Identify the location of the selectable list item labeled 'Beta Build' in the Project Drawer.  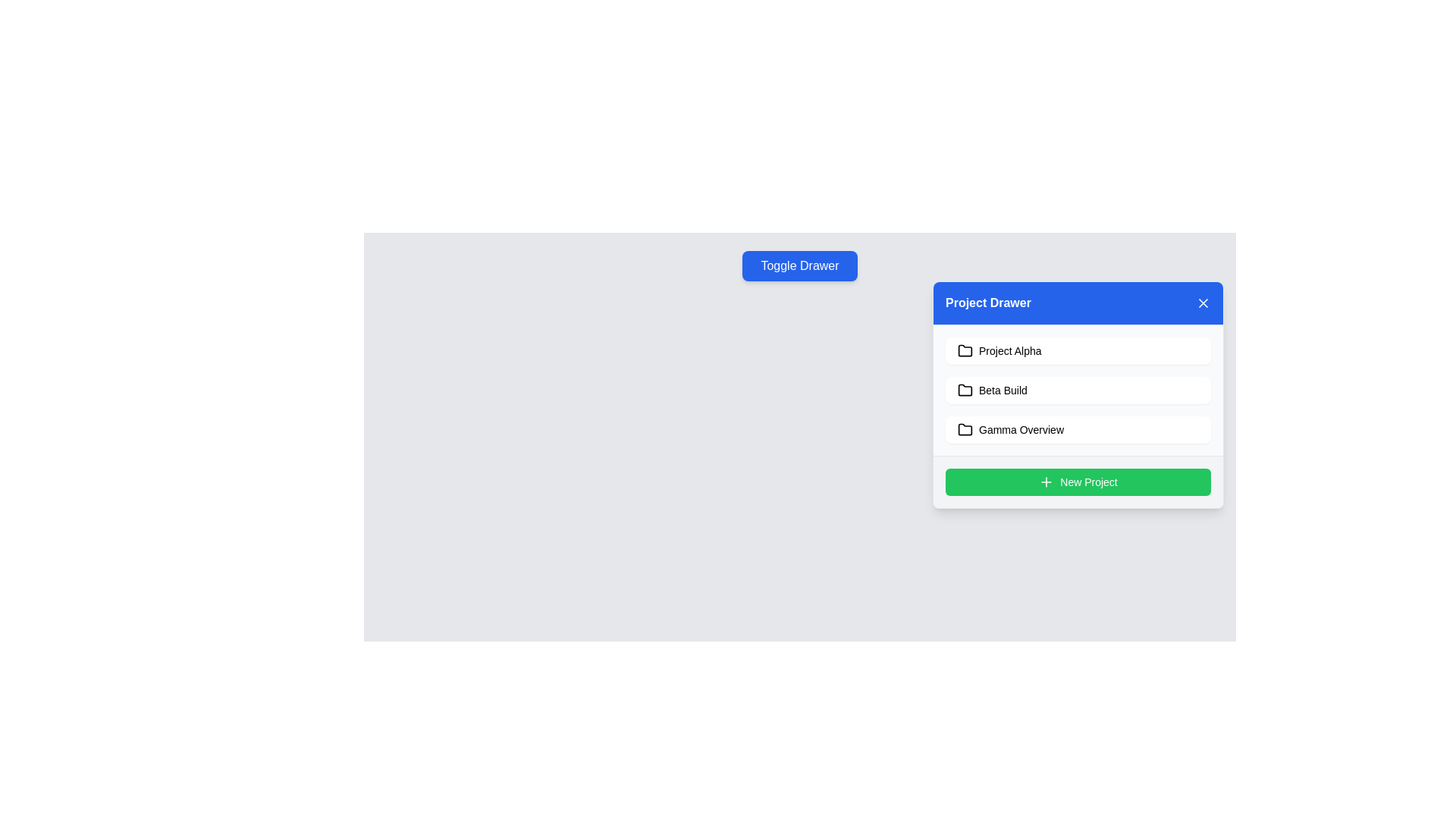
(1077, 390).